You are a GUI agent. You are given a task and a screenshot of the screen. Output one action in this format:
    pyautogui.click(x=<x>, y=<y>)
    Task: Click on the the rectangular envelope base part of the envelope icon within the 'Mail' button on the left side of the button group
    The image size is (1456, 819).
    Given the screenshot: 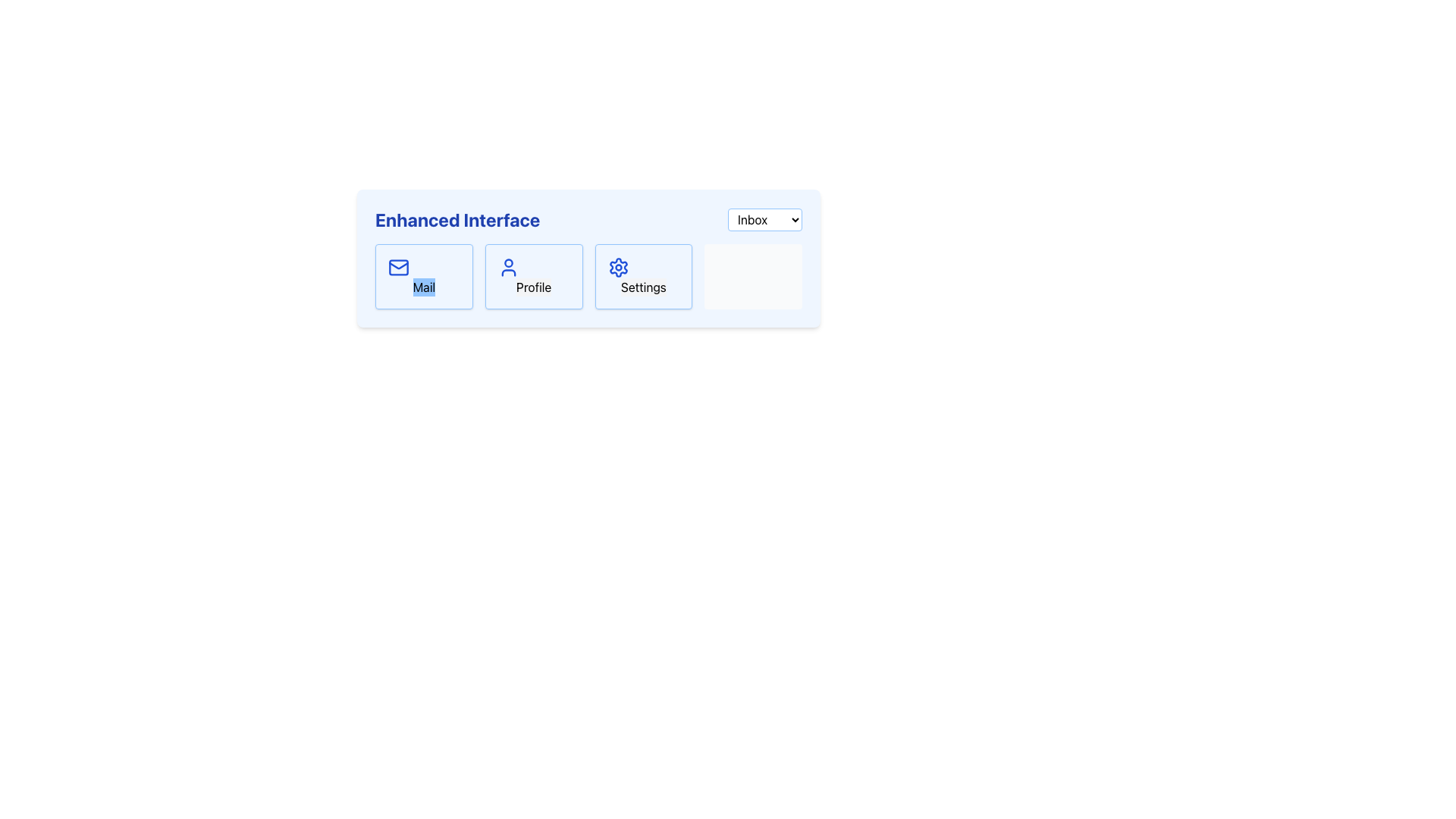 What is the action you would take?
    pyautogui.click(x=399, y=267)
    